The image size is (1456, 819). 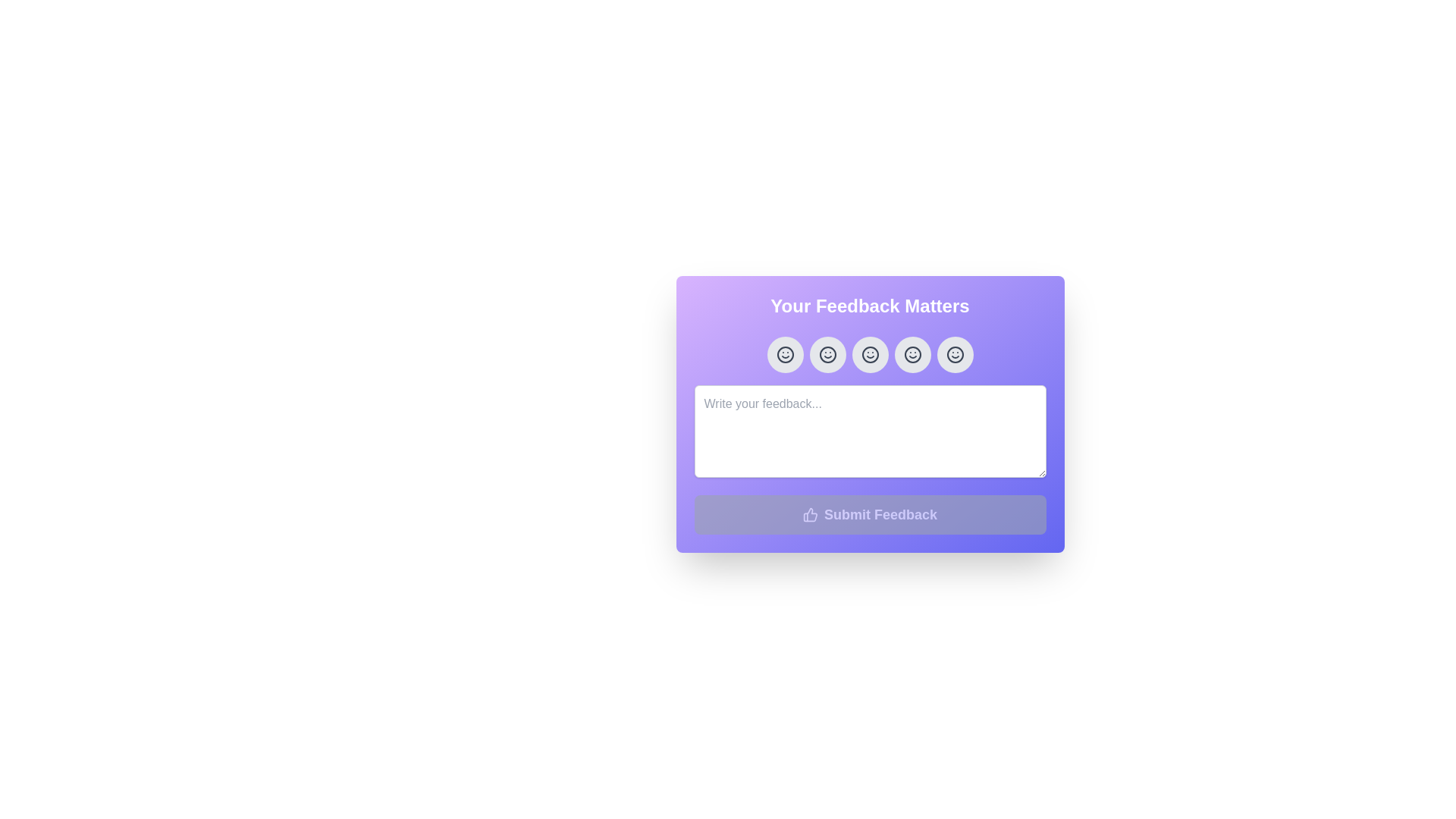 What do you see at coordinates (827, 354) in the screenshot?
I see `the red nose icon of the clown emoji, which is the second emoji from the left in a row of five emojis under the heading 'Your Feedback Matters'` at bounding box center [827, 354].